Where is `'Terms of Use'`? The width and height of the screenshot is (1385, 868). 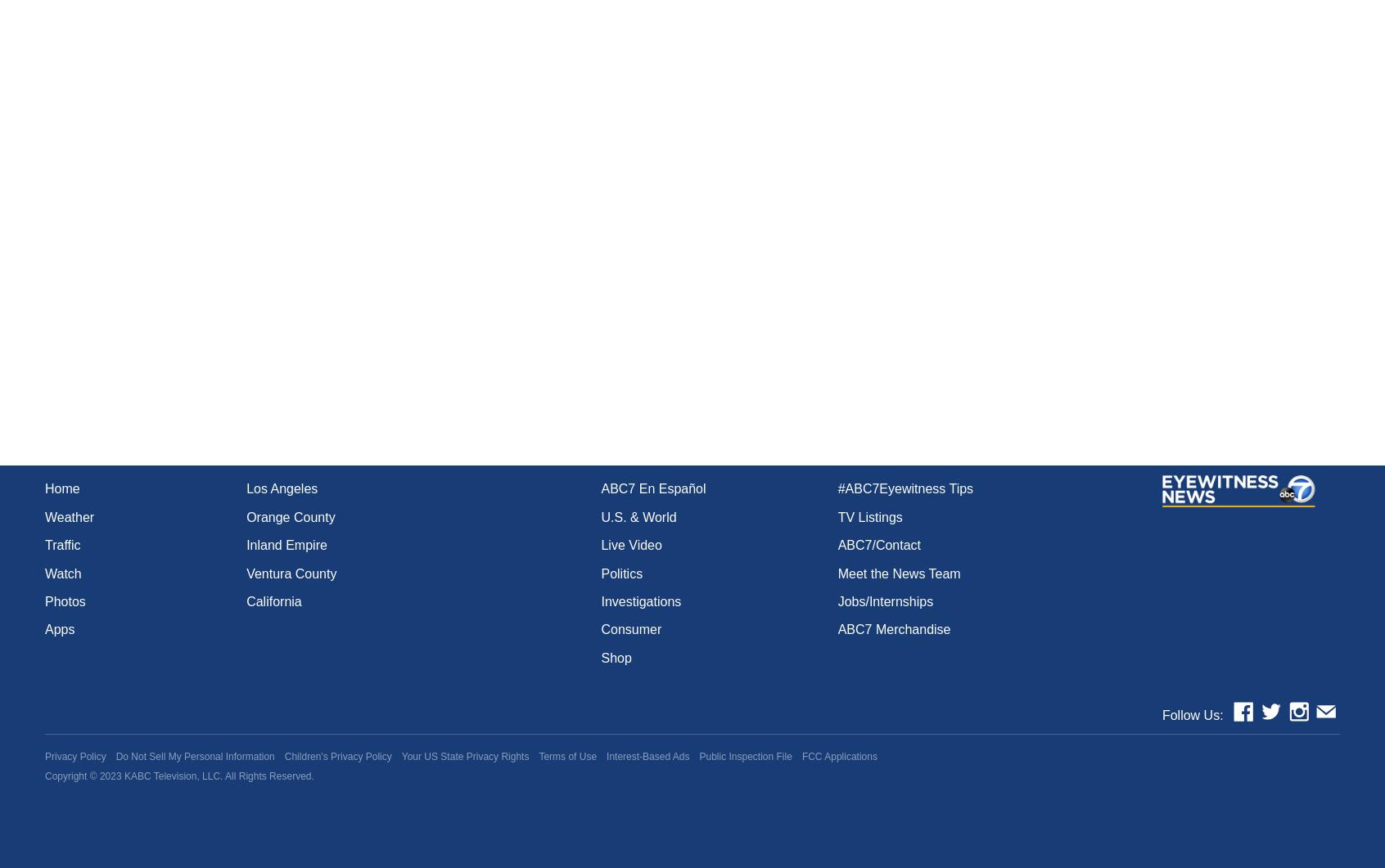 'Terms of Use' is located at coordinates (539, 755).